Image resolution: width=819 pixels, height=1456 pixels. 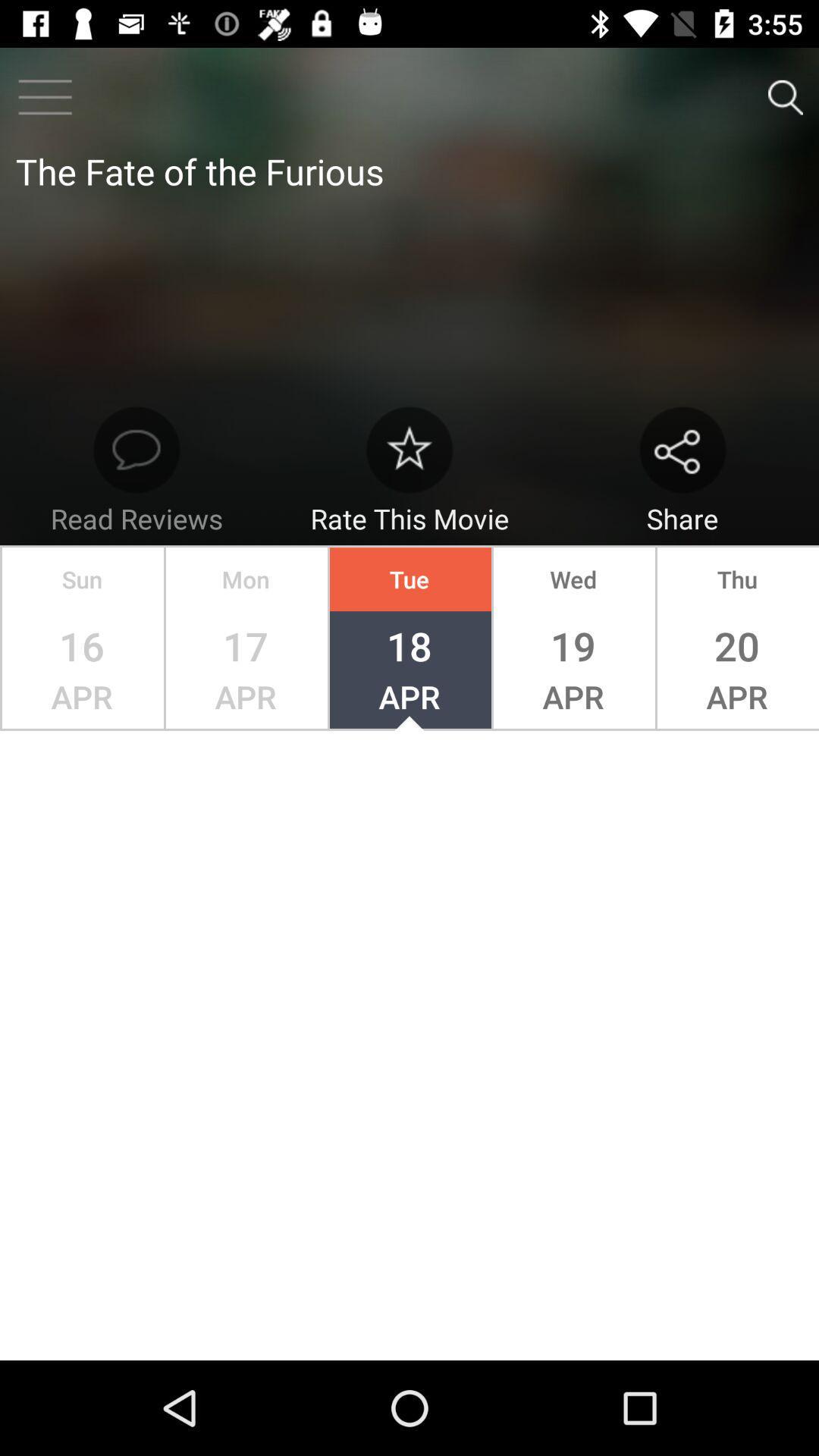 I want to click on the menu icon, so click(x=44, y=96).